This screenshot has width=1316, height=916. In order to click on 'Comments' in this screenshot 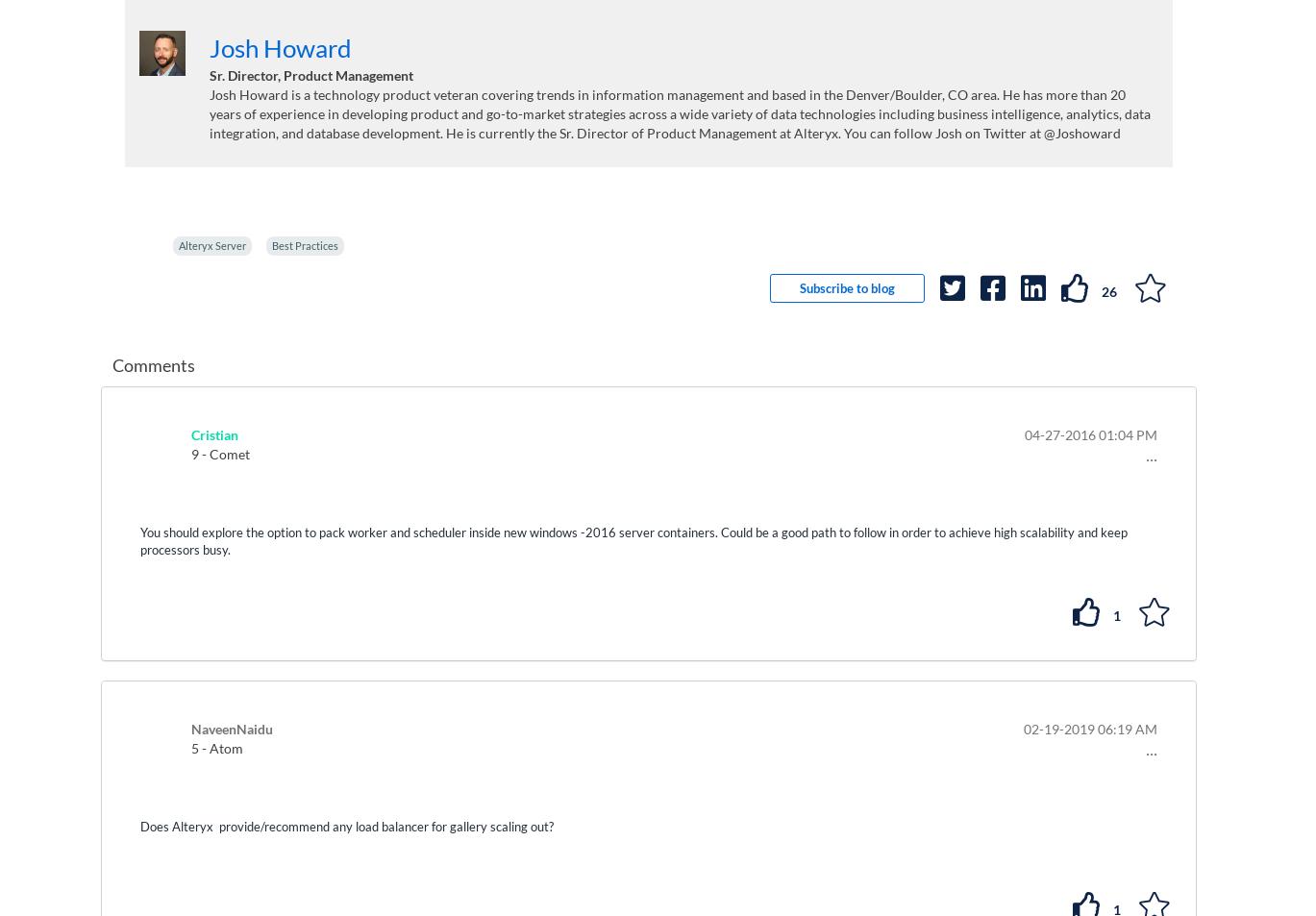, I will do `click(154, 363)`.